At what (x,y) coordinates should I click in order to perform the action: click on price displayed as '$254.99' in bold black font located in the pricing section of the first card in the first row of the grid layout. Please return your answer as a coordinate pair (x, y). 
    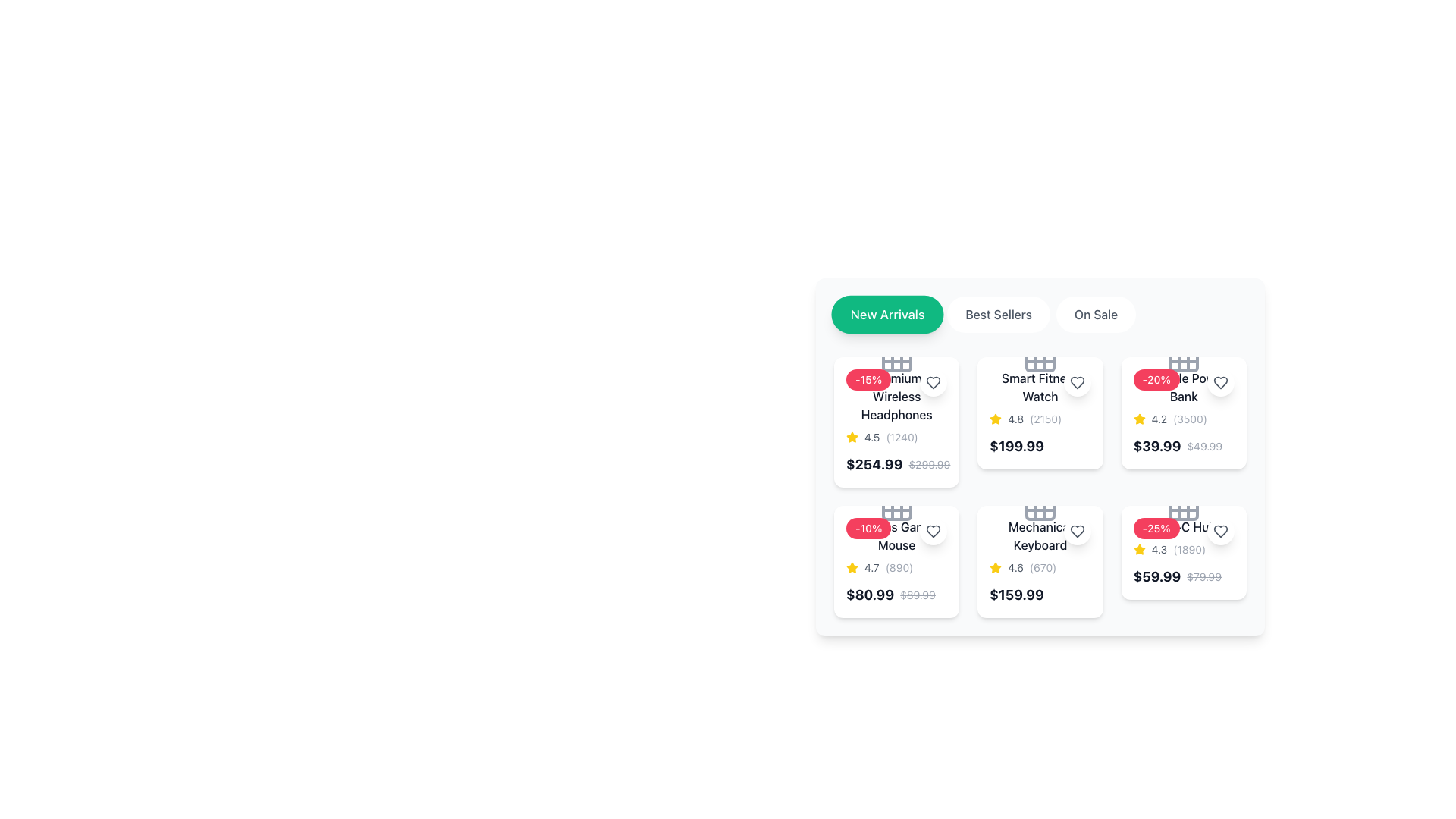
    Looking at the image, I should click on (874, 464).